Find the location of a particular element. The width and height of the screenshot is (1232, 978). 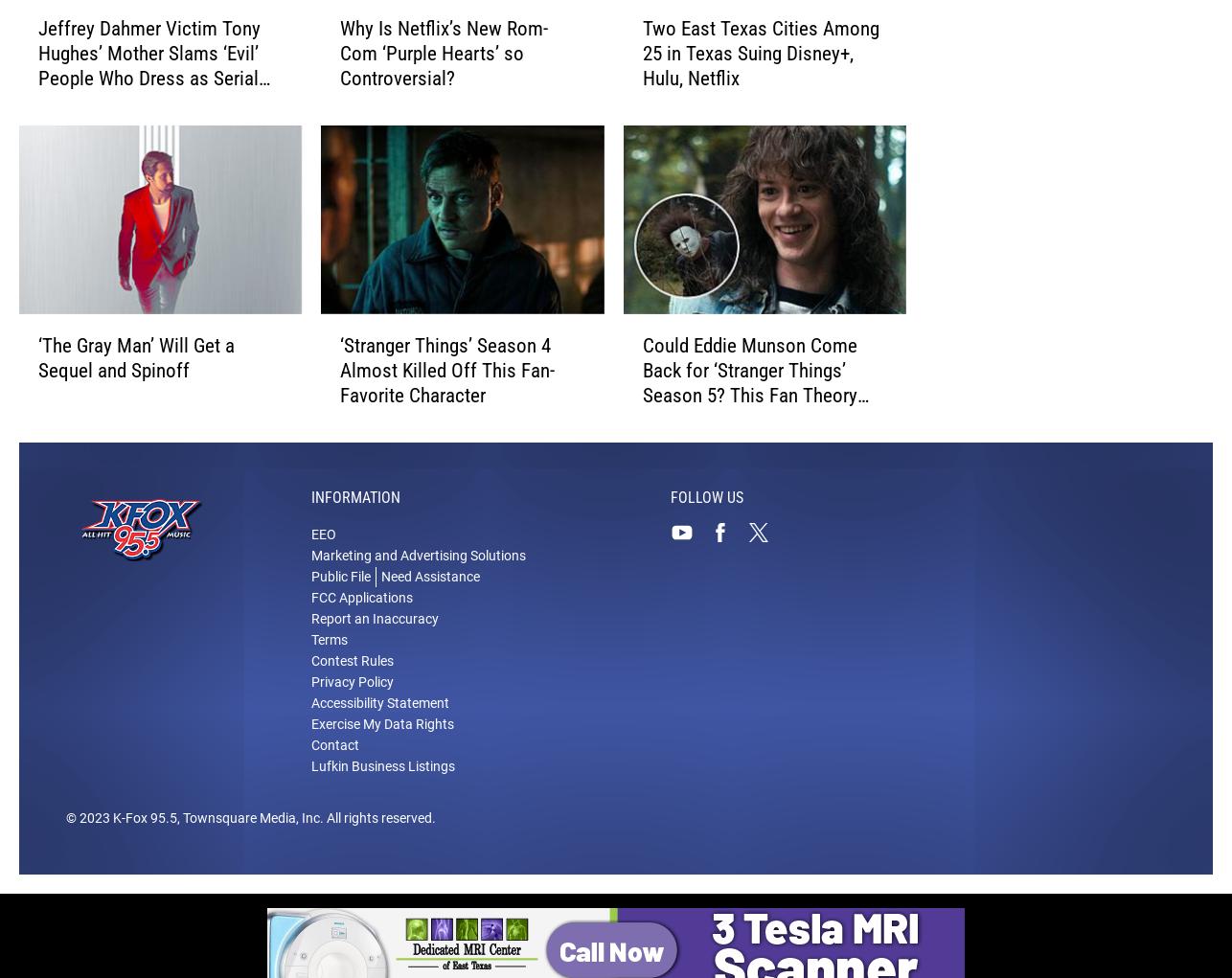

'EEO' is located at coordinates (322, 534).